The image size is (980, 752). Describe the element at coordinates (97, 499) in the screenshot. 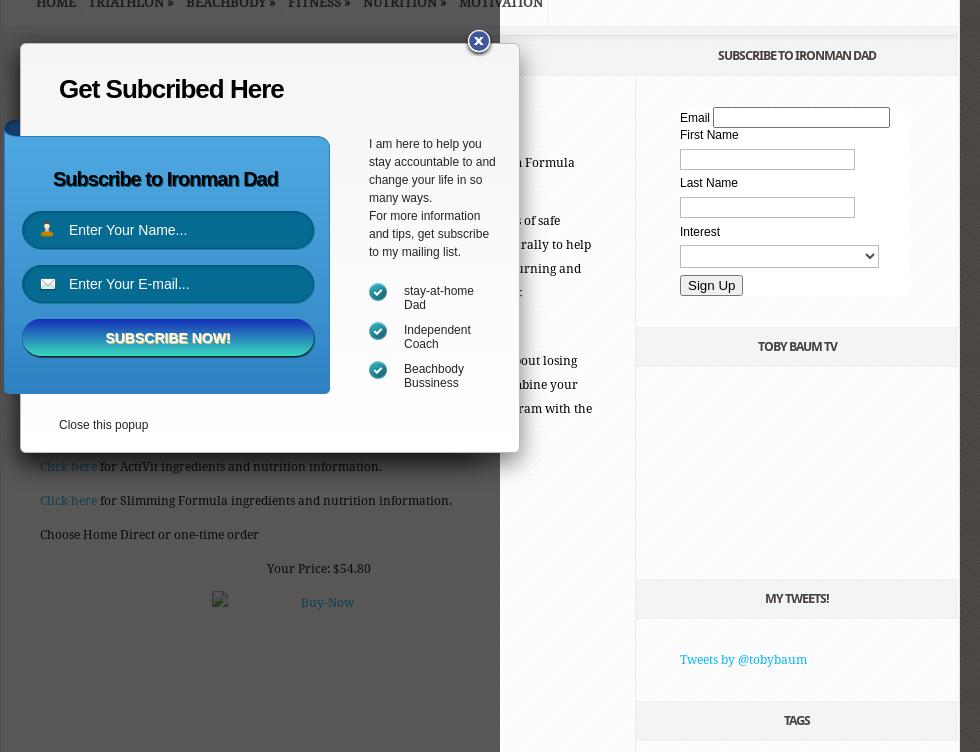

I see `'for Slimming Formula ingredients and nutrition information.'` at that location.